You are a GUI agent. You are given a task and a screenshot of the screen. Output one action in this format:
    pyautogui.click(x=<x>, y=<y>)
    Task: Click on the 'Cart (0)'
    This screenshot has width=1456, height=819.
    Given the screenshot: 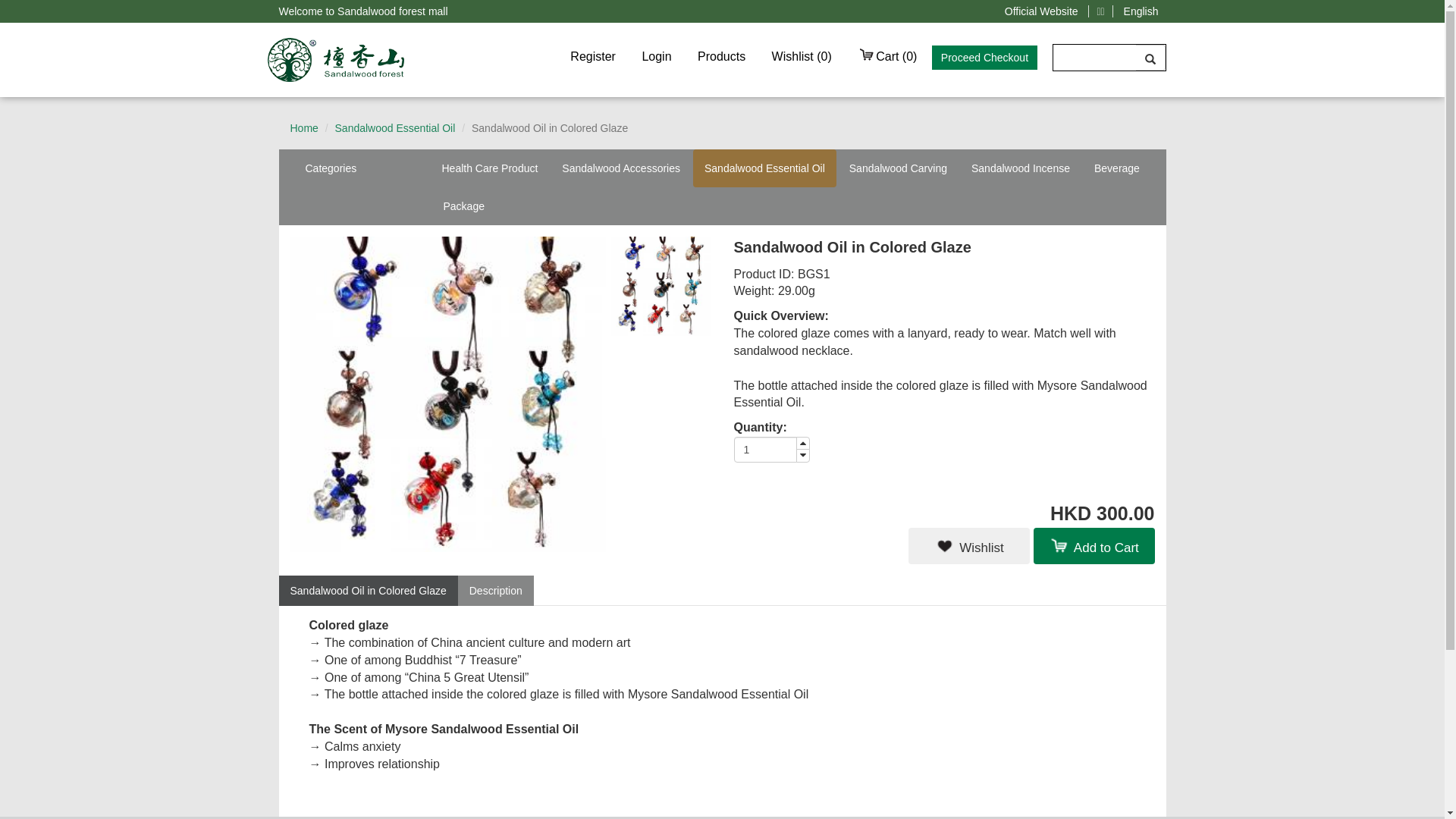 What is the action you would take?
    pyautogui.click(x=846, y=55)
    